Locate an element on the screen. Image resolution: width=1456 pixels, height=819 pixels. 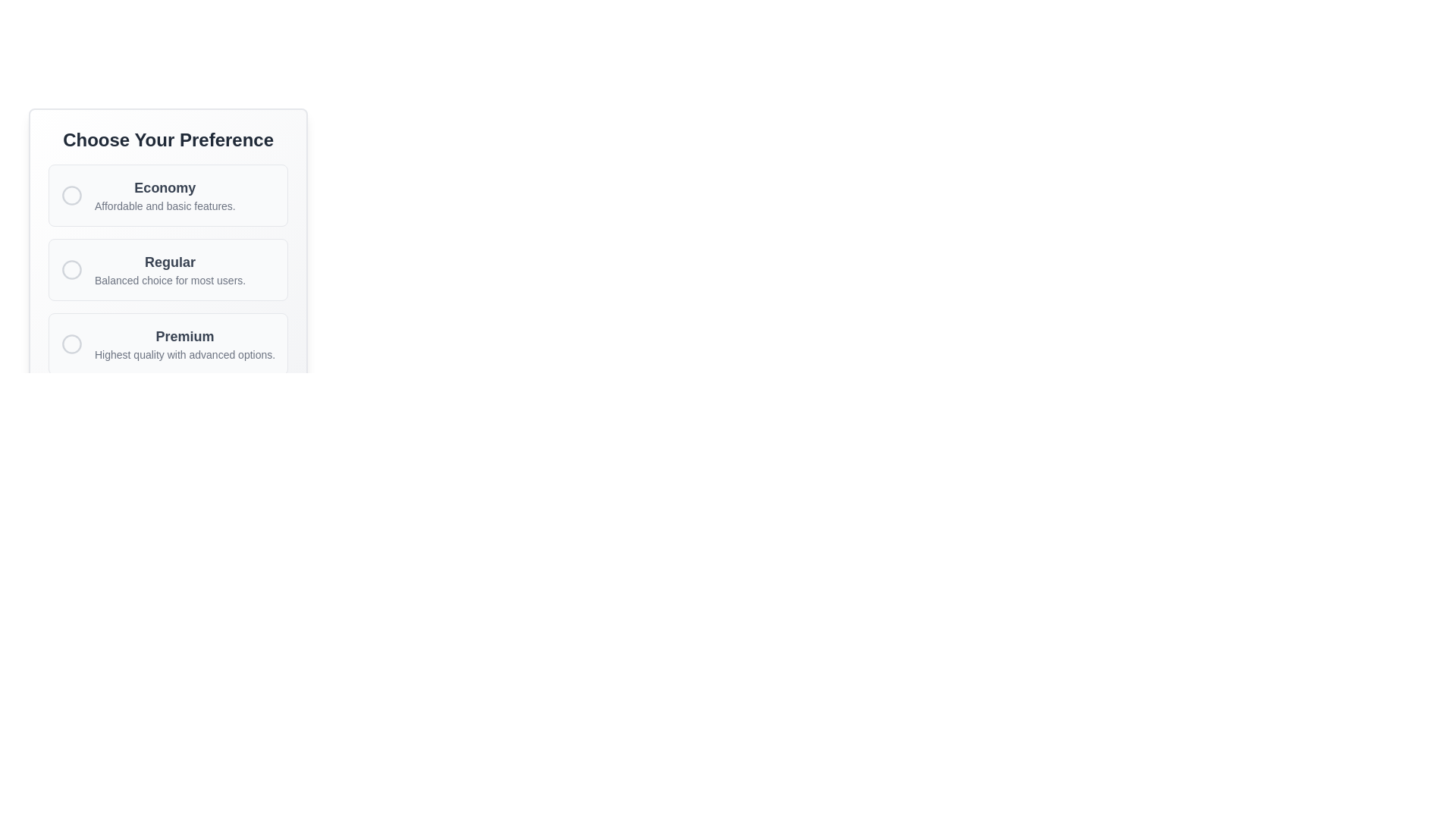
the descriptive text element providing additional information about the 'Premium' option in the selection interface, located below the 'Premium' text is located at coordinates (184, 354).